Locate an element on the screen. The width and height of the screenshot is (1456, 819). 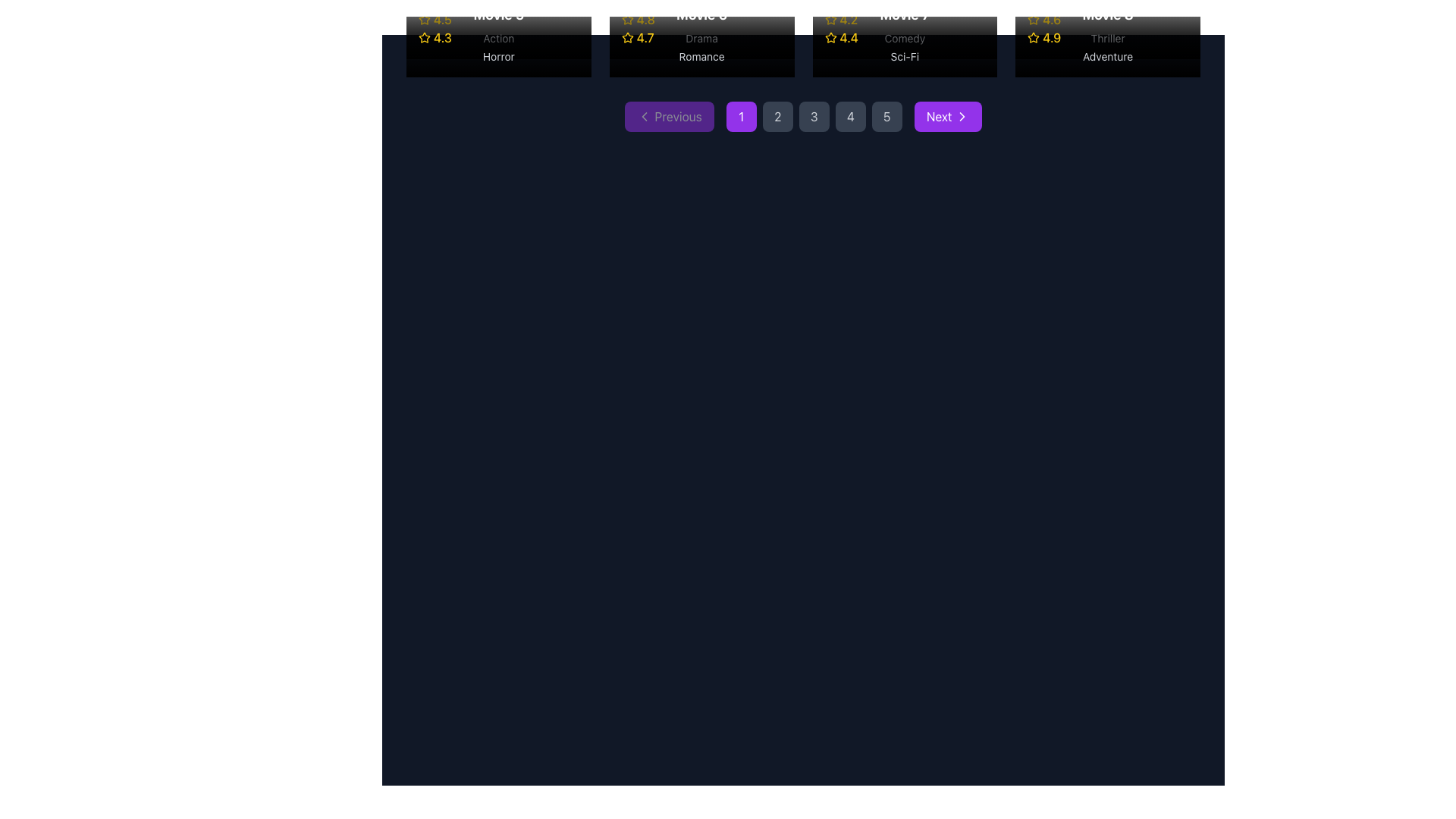
numeric rating value '4.7' displayed next to the yellow star icon, which indicates the average rating for the associated movie is located at coordinates (645, 37).